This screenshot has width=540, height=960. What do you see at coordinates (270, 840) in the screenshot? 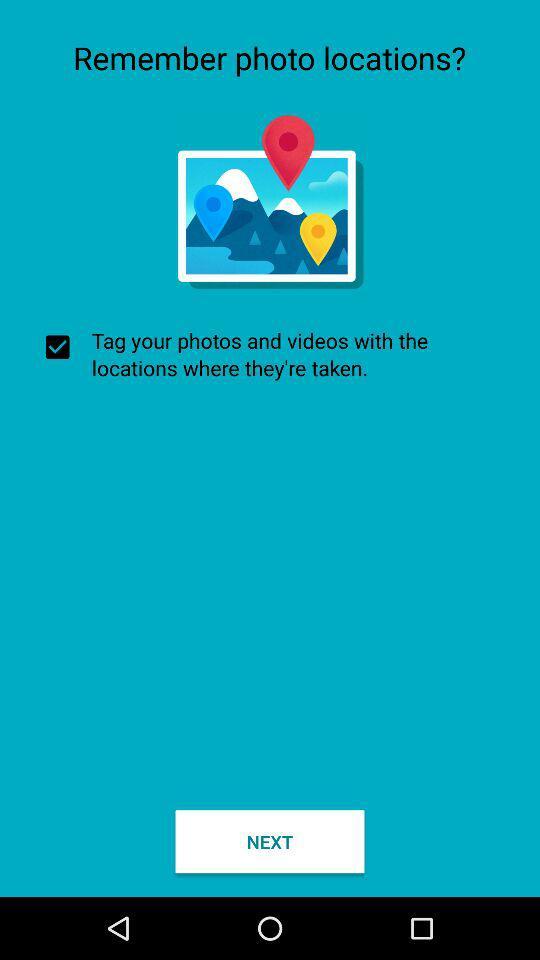
I see `the next icon` at bounding box center [270, 840].